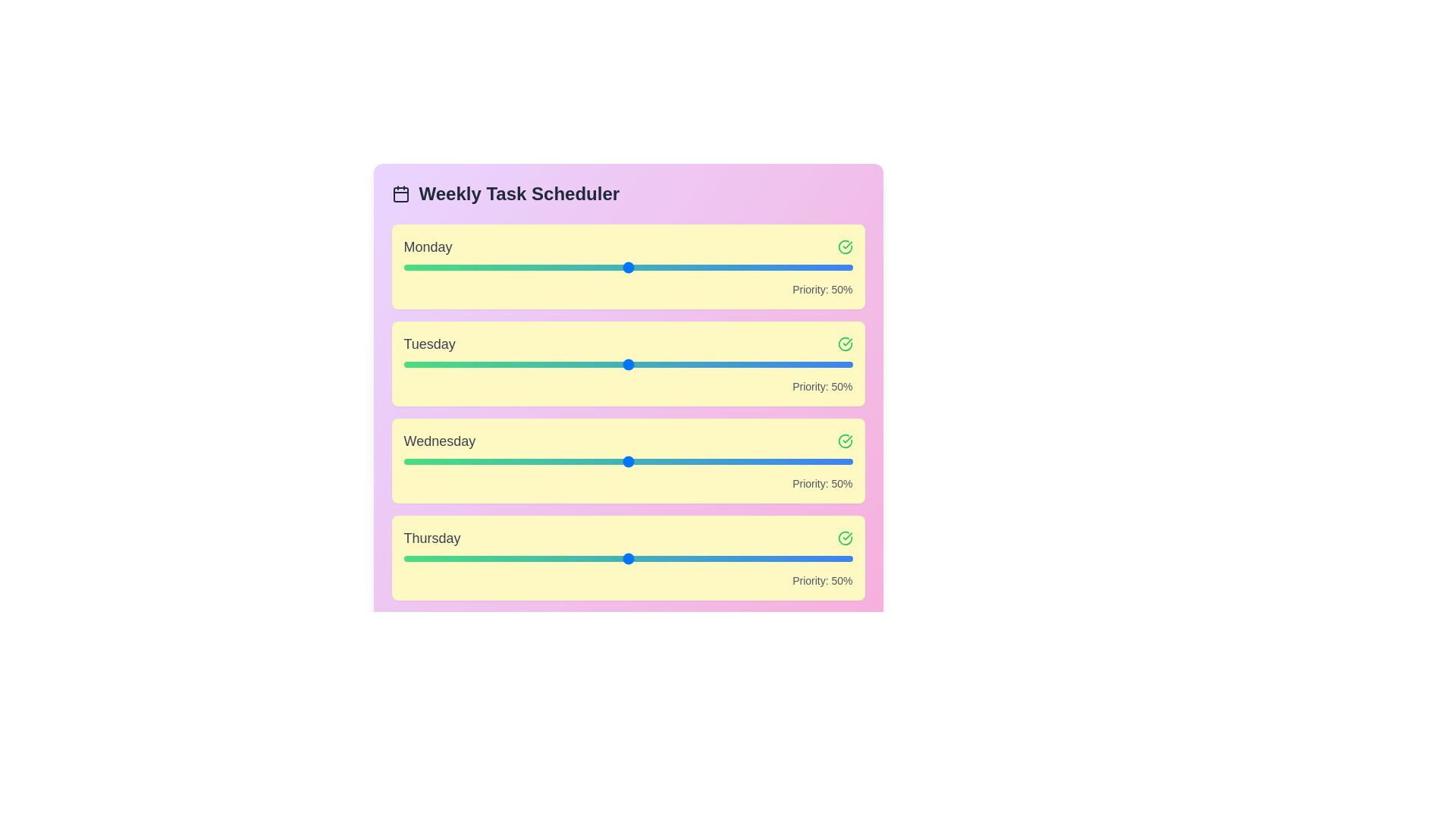  What do you see at coordinates (844, 537) in the screenshot?
I see `checkmark icon next to Thursday` at bounding box center [844, 537].